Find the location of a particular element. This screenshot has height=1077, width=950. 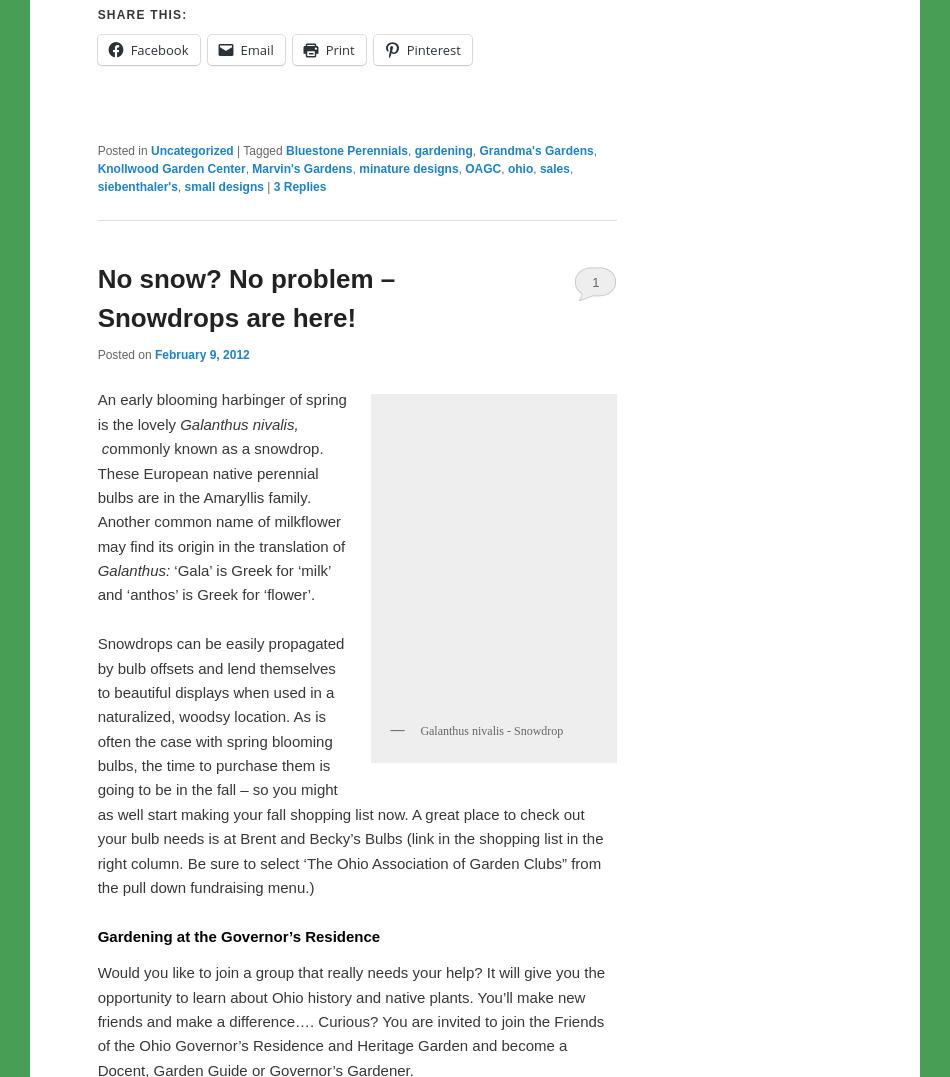

'small designs' is located at coordinates (223, 235).